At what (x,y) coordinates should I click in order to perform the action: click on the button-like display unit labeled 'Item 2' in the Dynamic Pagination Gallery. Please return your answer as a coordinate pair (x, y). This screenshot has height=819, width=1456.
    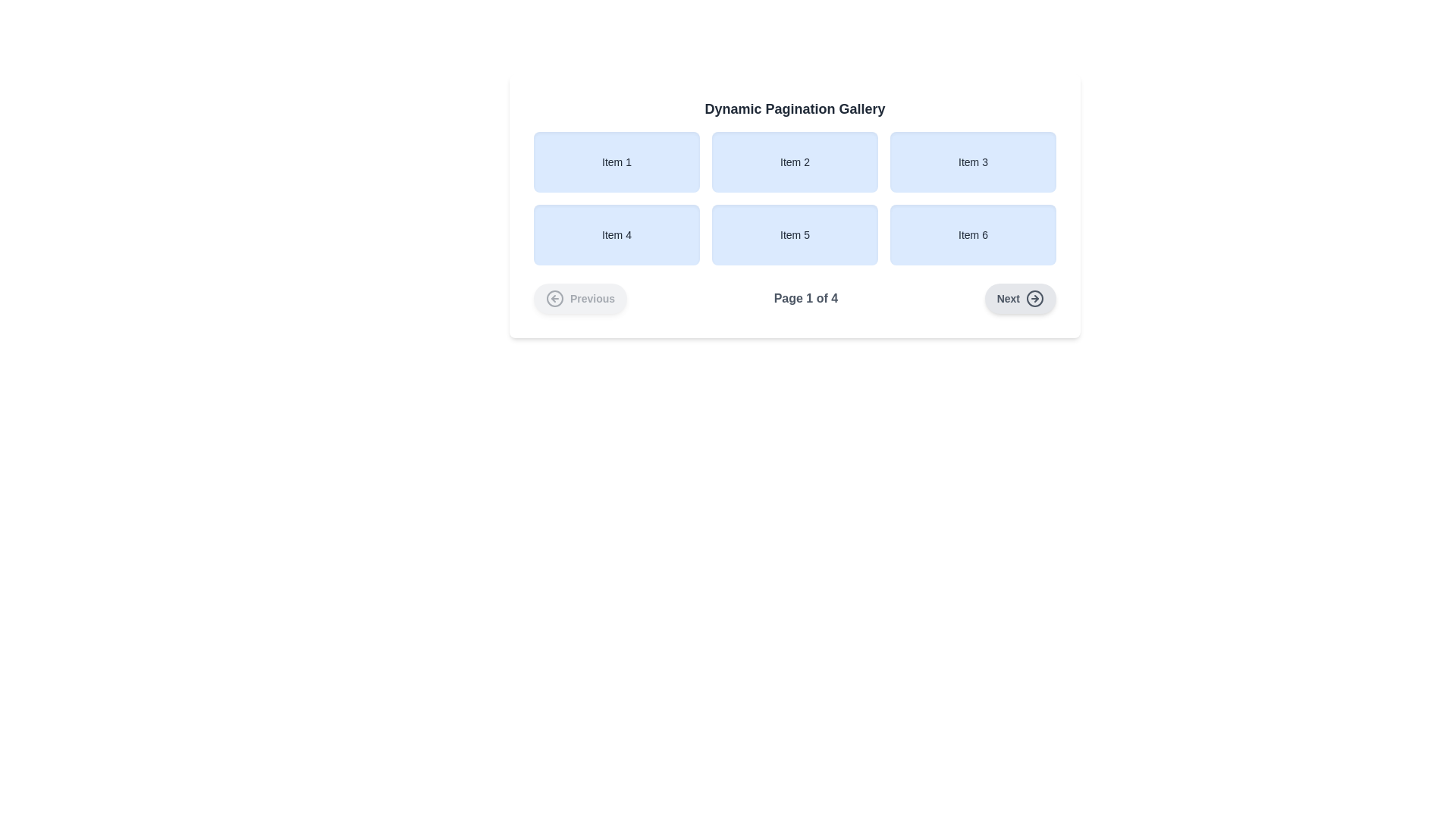
    Looking at the image, I should click on (794, 162).